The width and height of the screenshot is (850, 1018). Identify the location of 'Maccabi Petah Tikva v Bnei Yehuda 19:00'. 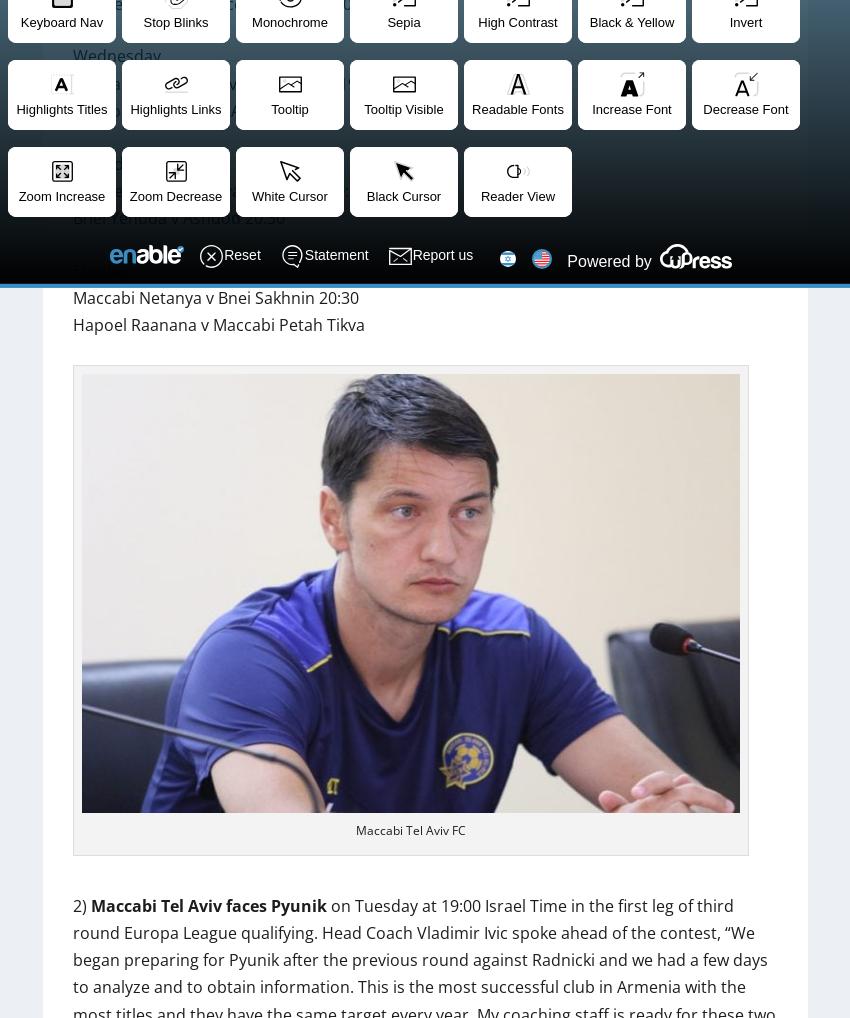
(71, 82).